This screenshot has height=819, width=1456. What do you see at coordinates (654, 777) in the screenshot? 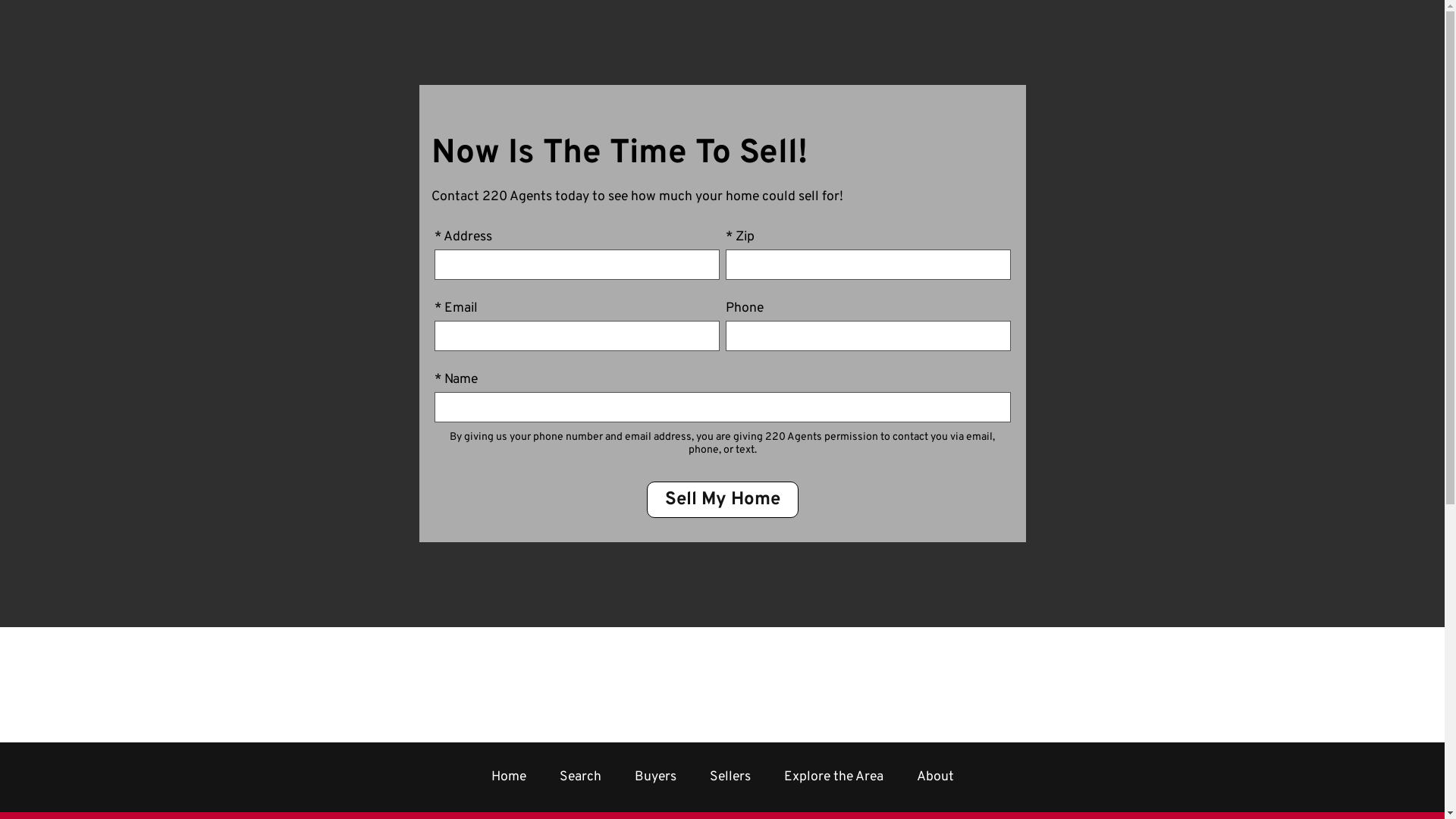
I see `'Buyers'` at bounding box center [654, 777].